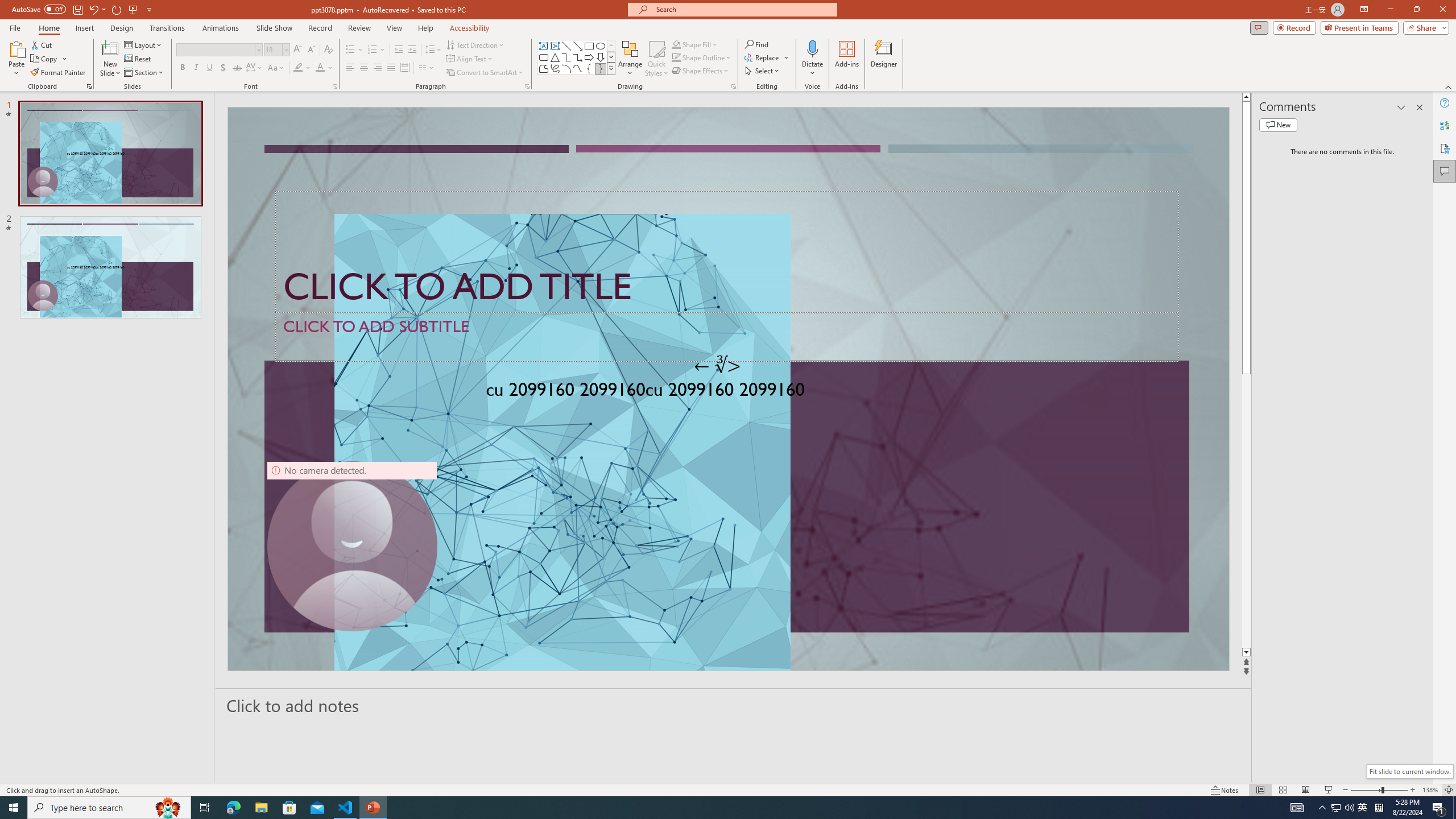 This screenshot has width=1456, height=819. Describe the element at coordinates (726, 336) in the screenshot. I see `'Subtitle TextBox'` at that location.